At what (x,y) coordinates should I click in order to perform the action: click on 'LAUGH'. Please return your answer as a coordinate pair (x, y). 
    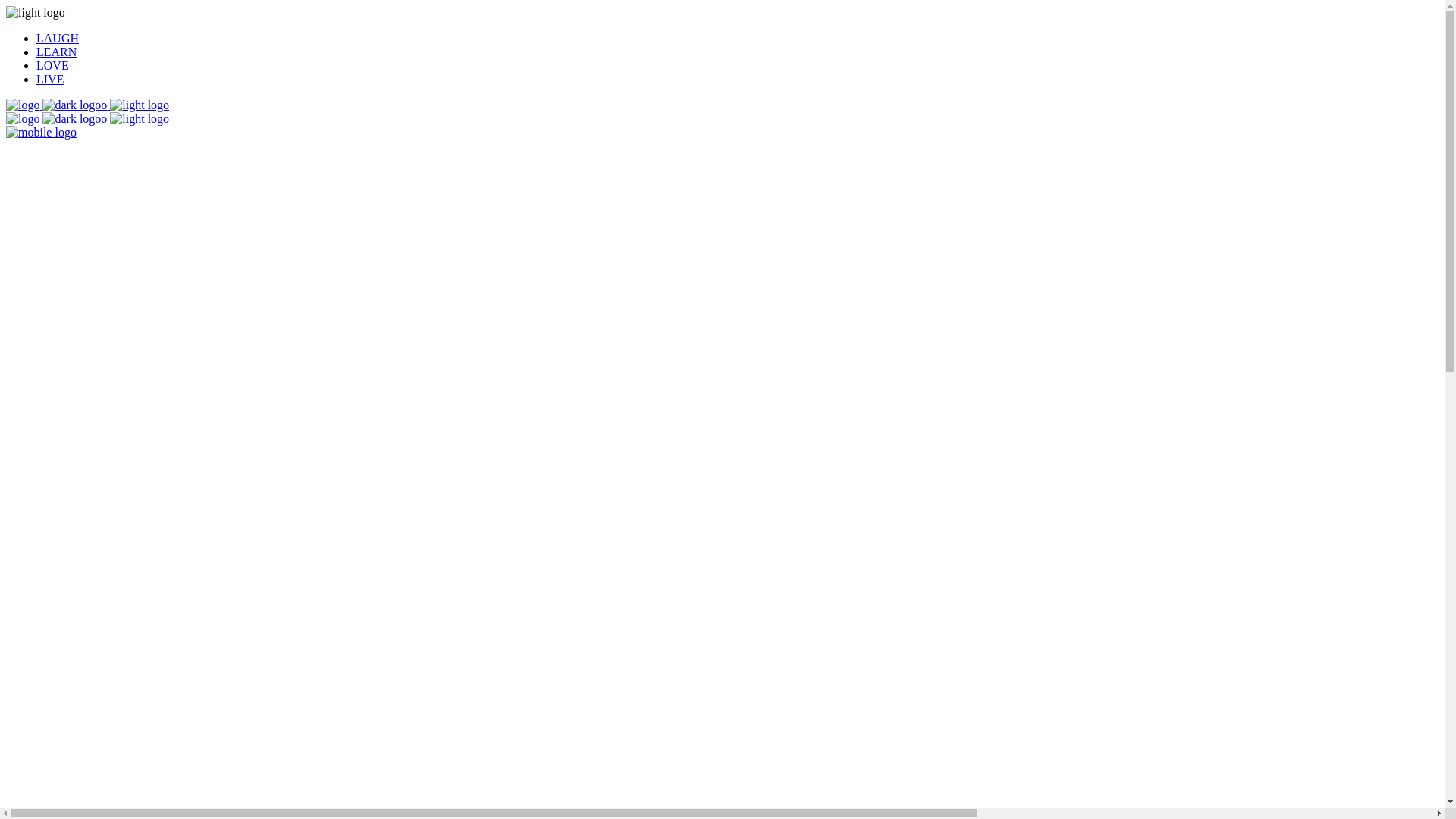
    Looking at the image, I should click on (58, 37).